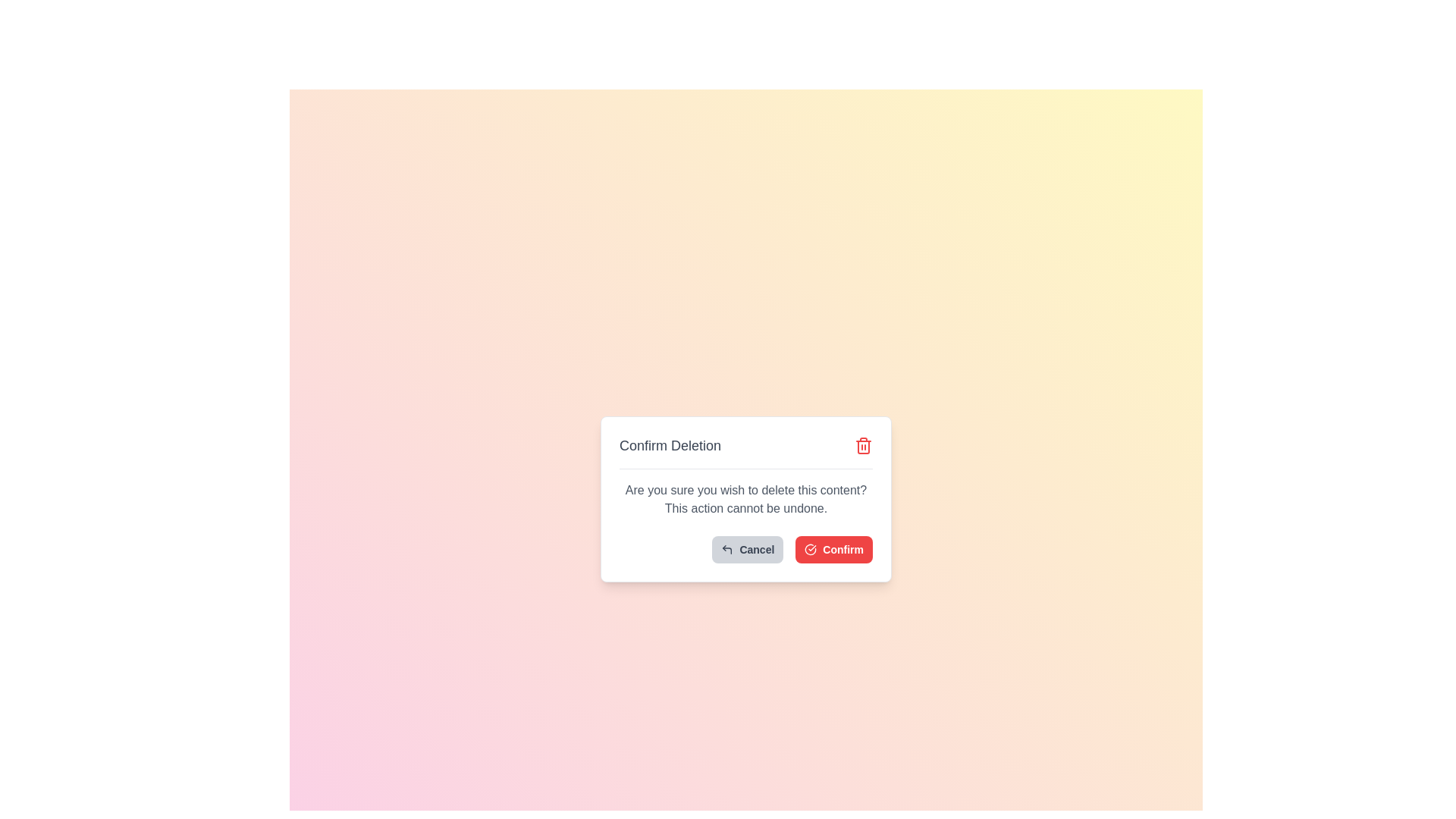  Describe the element at coordinates (748, 549) in the screenshot. I see `the 'Cancel' button with rounded corners and a gray background, which is positioned to the left of the 'Confirm' button in the modal dialog` at that location.